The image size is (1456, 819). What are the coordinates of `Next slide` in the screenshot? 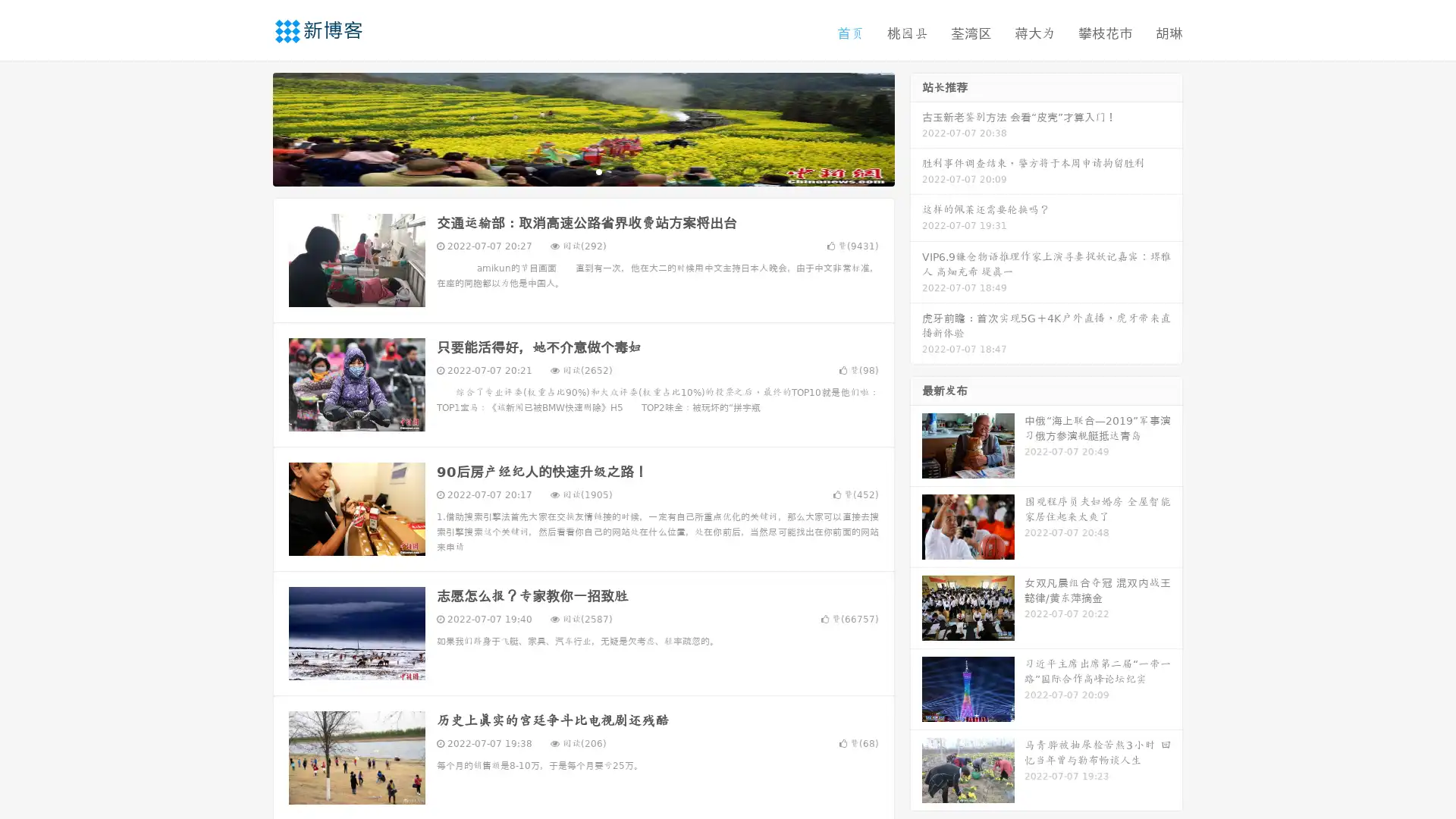 It's located at (916, 127).